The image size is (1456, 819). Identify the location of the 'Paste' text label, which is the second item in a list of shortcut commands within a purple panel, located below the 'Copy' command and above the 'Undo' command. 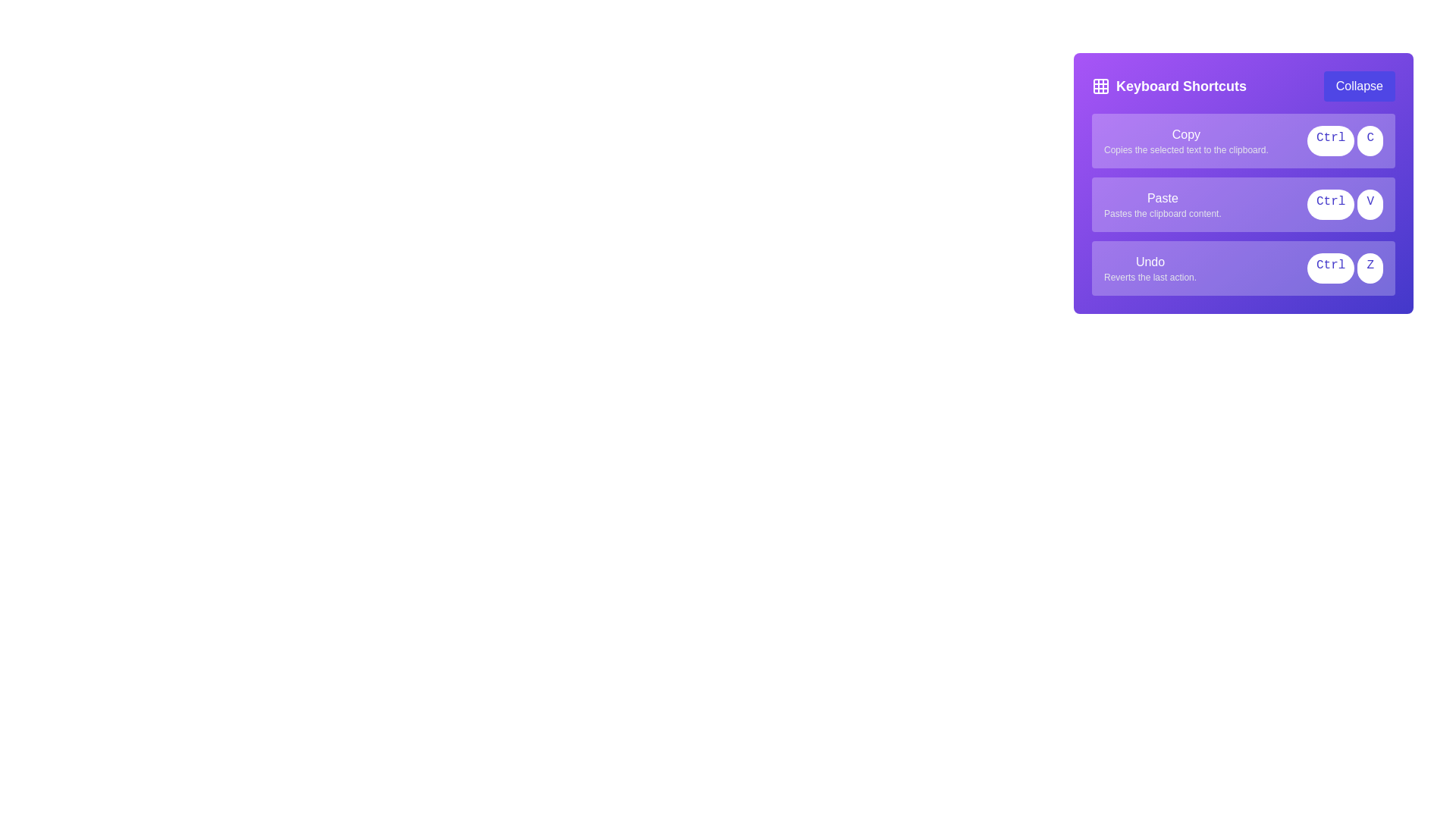
(1162, 205).